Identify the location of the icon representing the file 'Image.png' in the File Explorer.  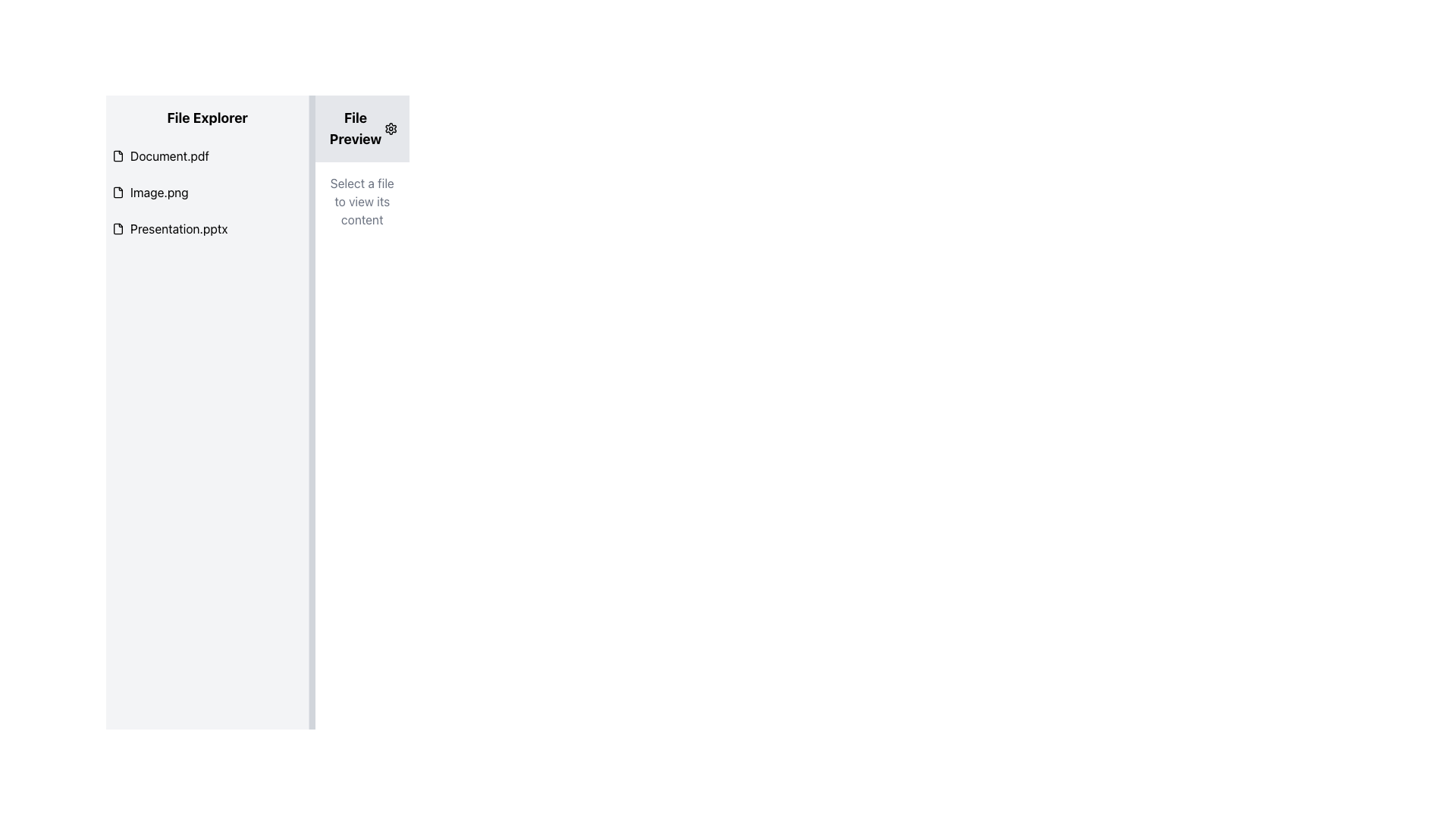
(118, 192).